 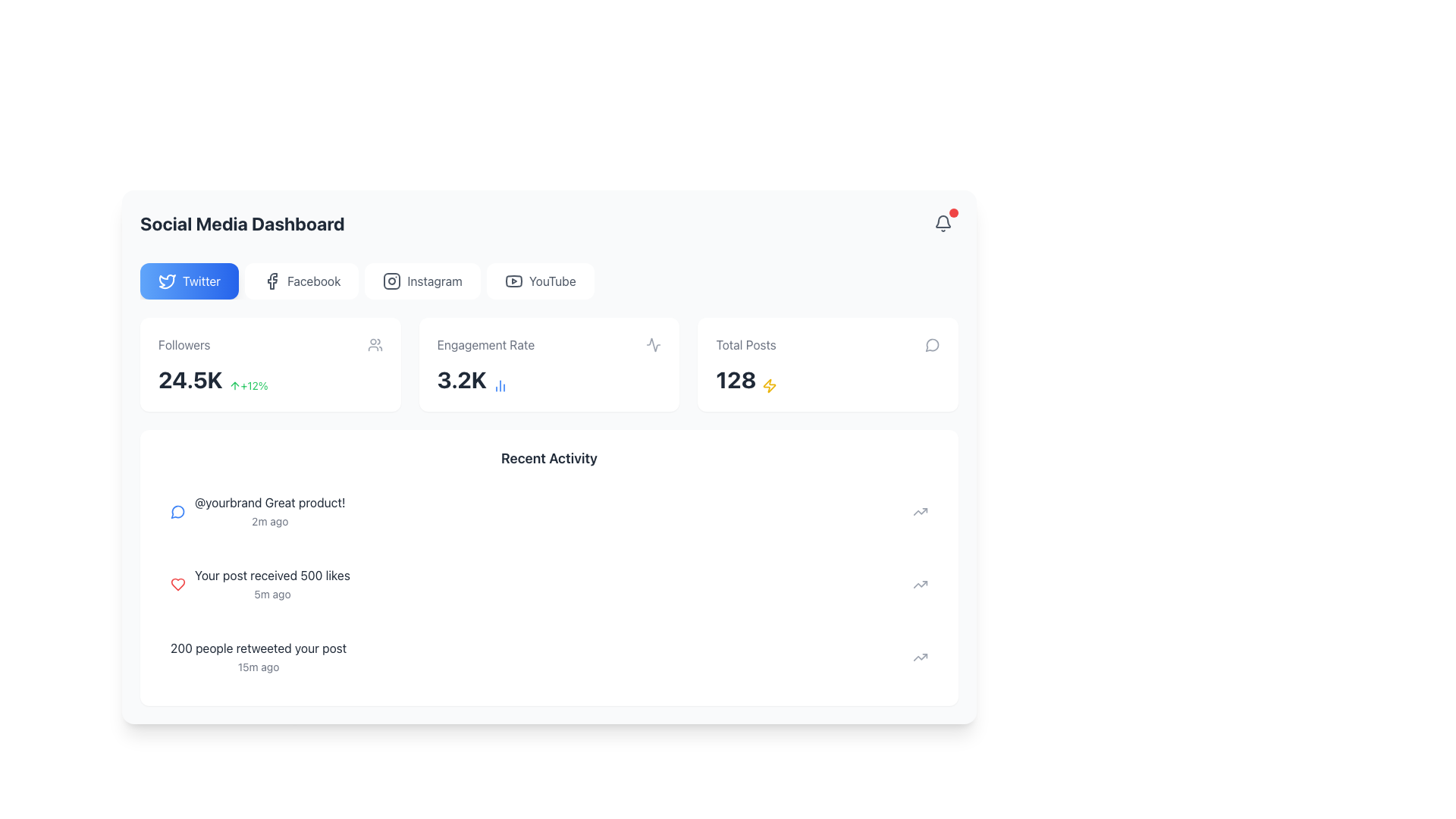 What do you see at coordinates (272, 281) in the screenshot?
I see `the Facebook icon in the navigation bar` at bounding box center [272, 281].